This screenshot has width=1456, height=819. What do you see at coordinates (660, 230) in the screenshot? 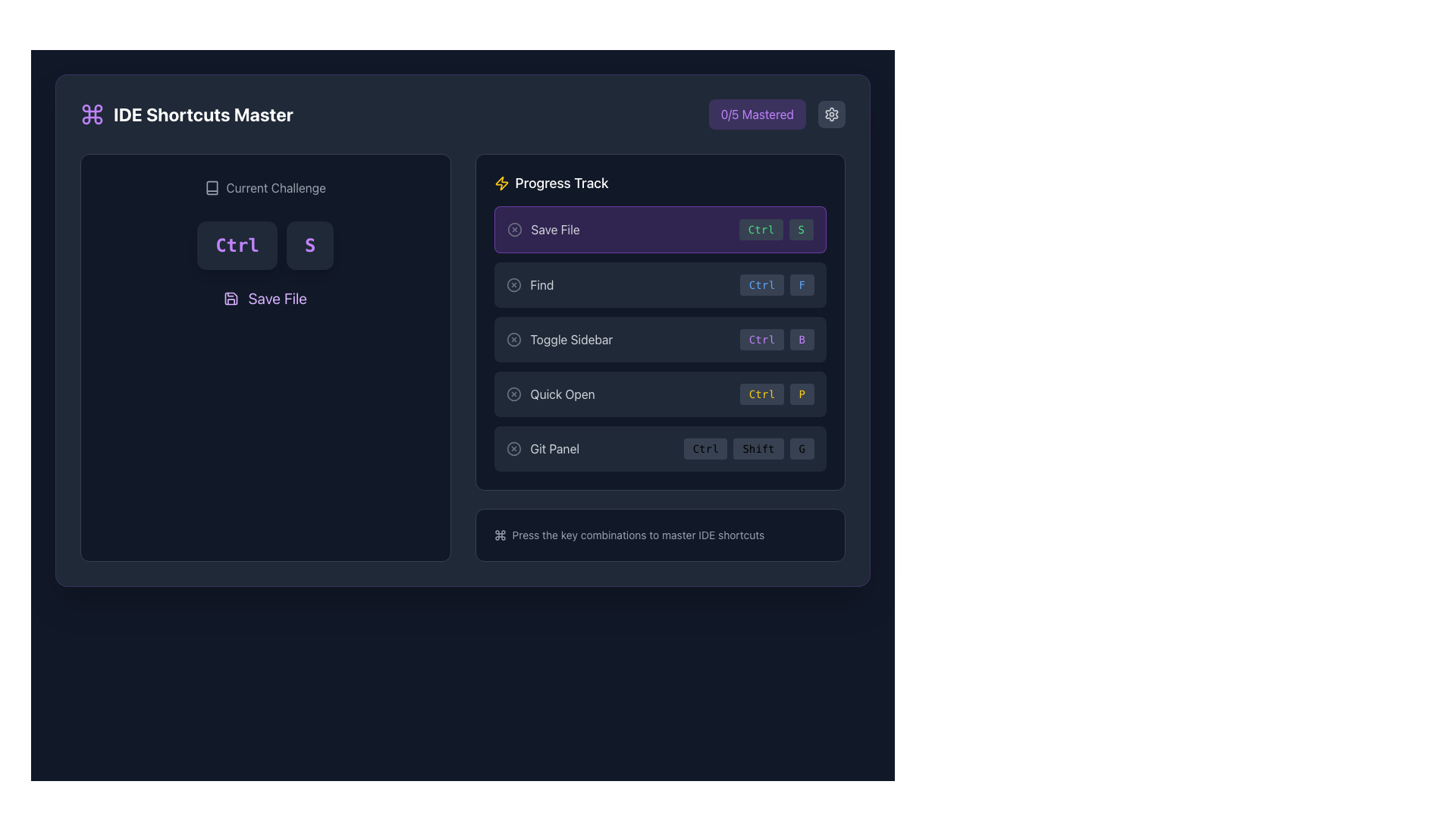
I see `the 'Save File' button, which is a horizontally rectangular button with a soft purple background located in the 'Progress Track' side panel` at bounding box center [660, 230].